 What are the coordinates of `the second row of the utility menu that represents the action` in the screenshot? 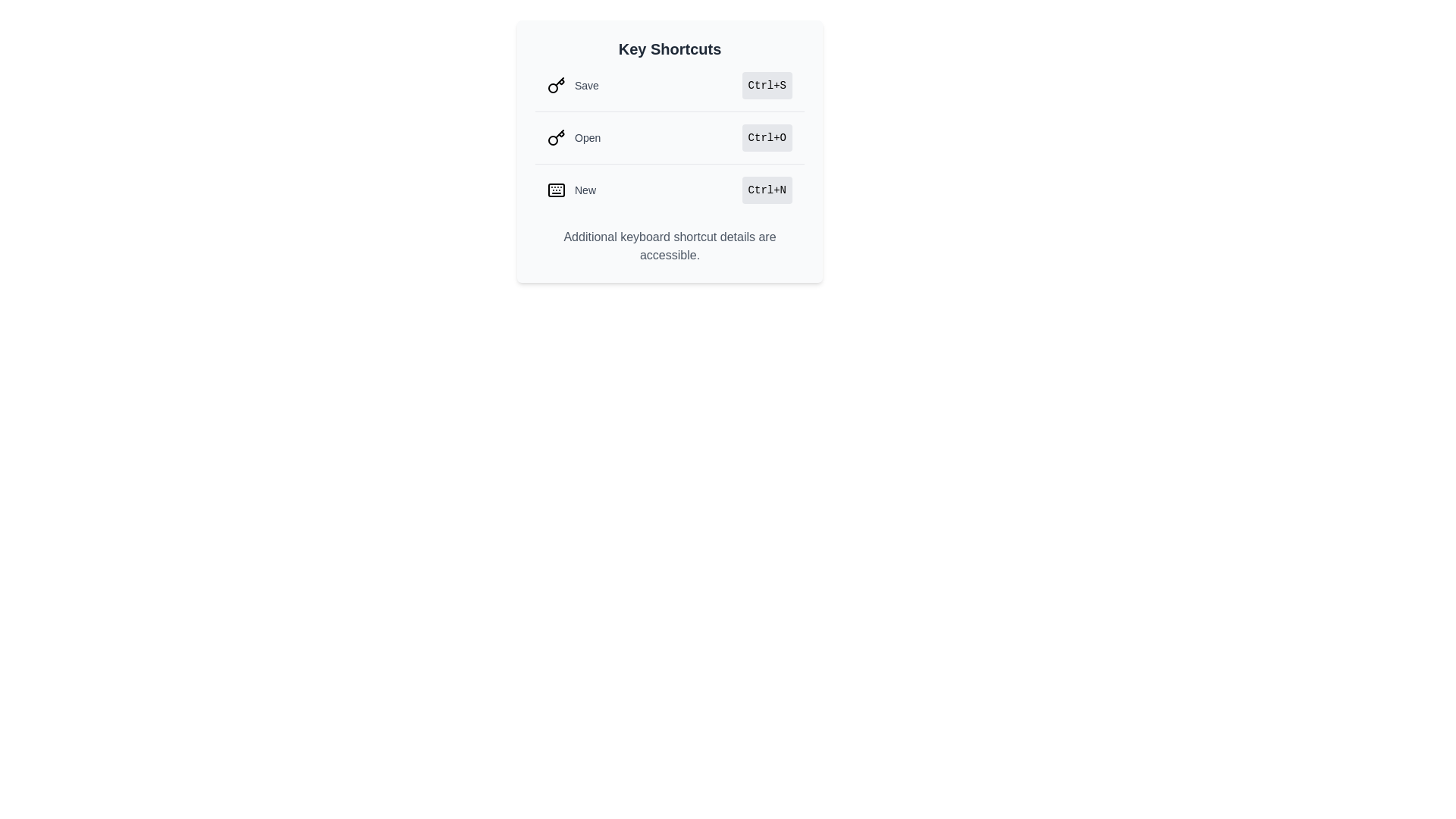 It's located at (669, 137).